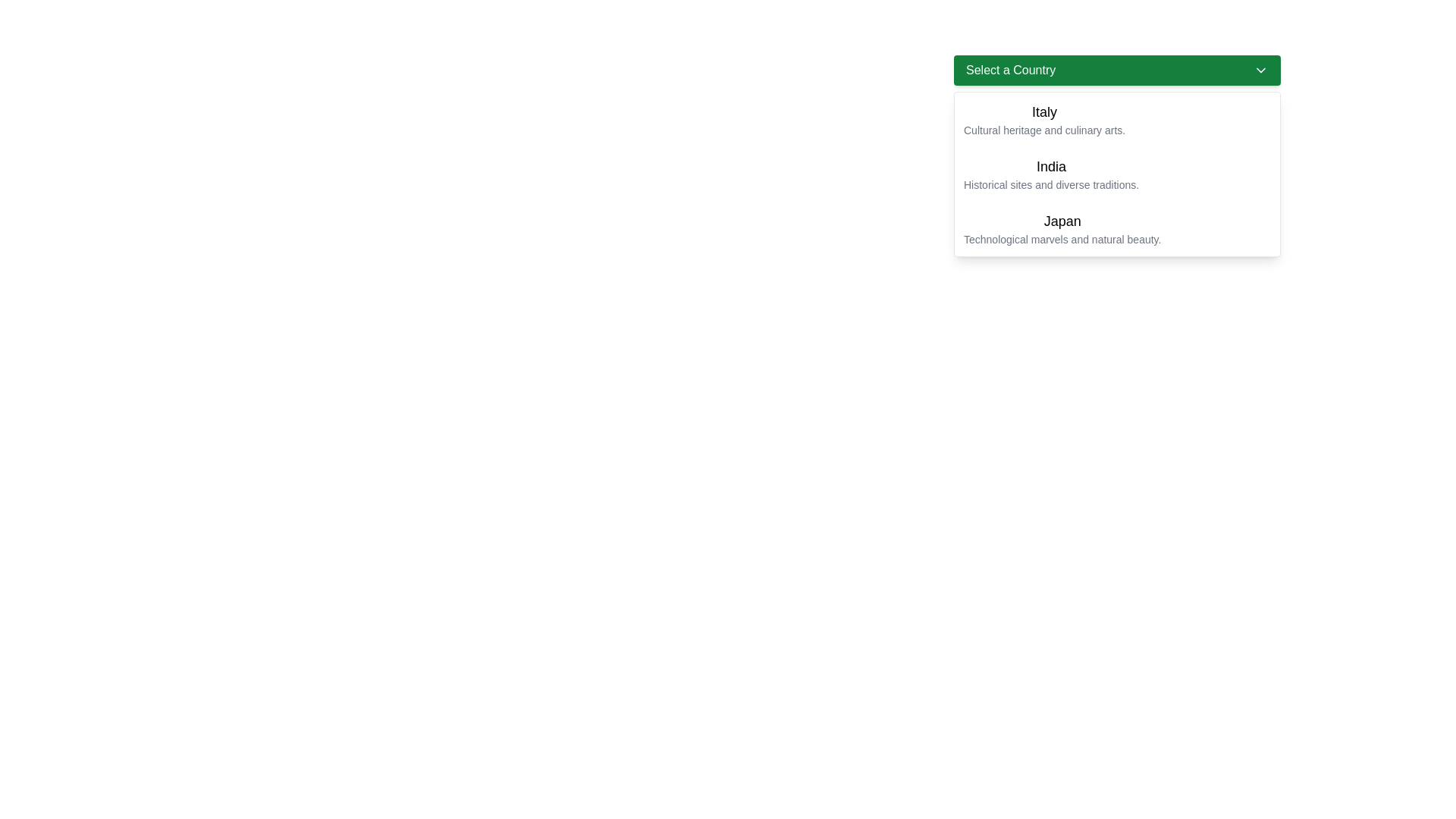 The width and height of the screenshot is (1456, 819). Describe the element at coordinates (1117, 174) in the screenshot. I see `the dropdown menu entry labeled 'India'` at that location.